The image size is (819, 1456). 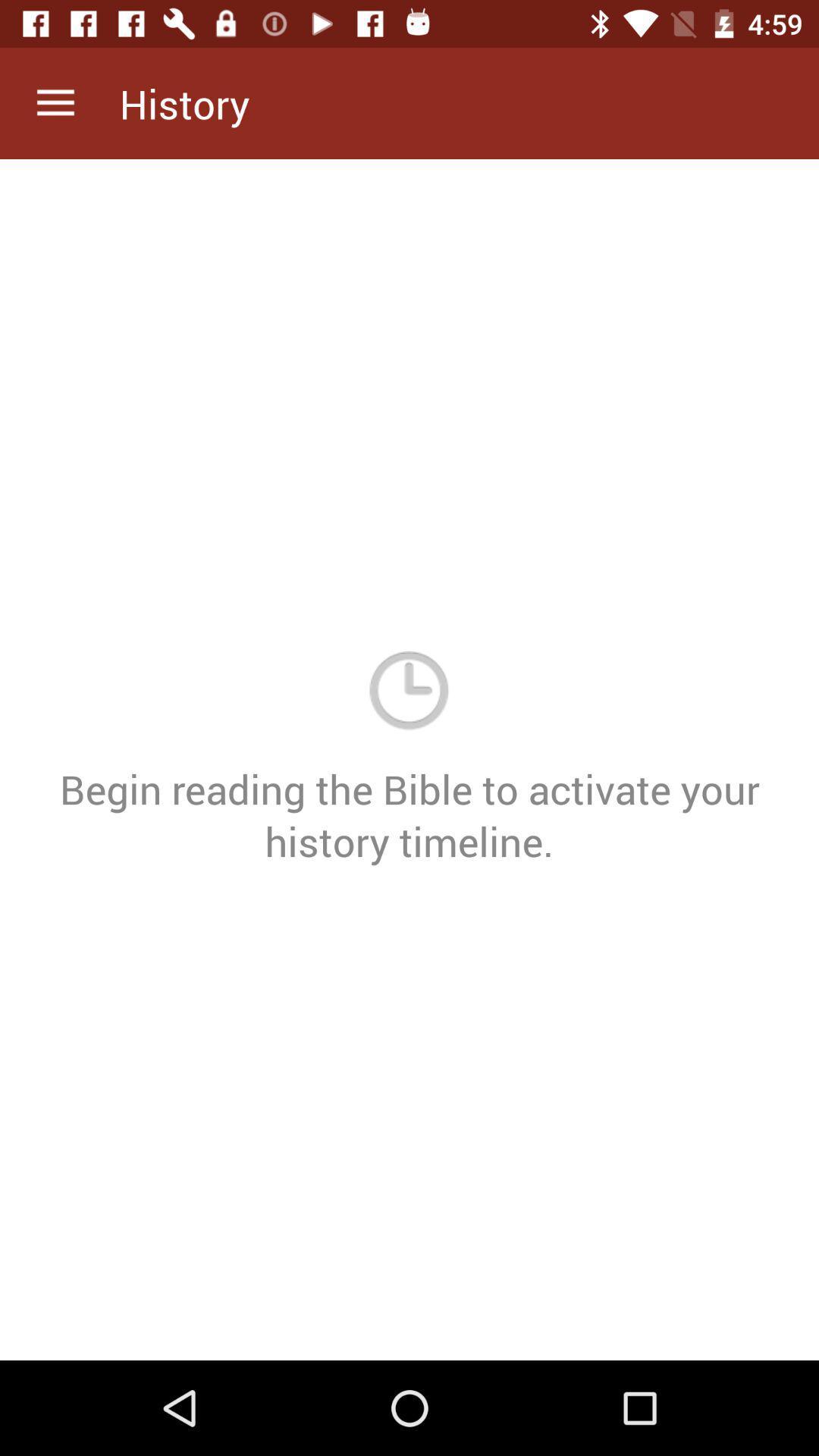 I want to click on the icon next to history icon, so click(x=55, y=102).